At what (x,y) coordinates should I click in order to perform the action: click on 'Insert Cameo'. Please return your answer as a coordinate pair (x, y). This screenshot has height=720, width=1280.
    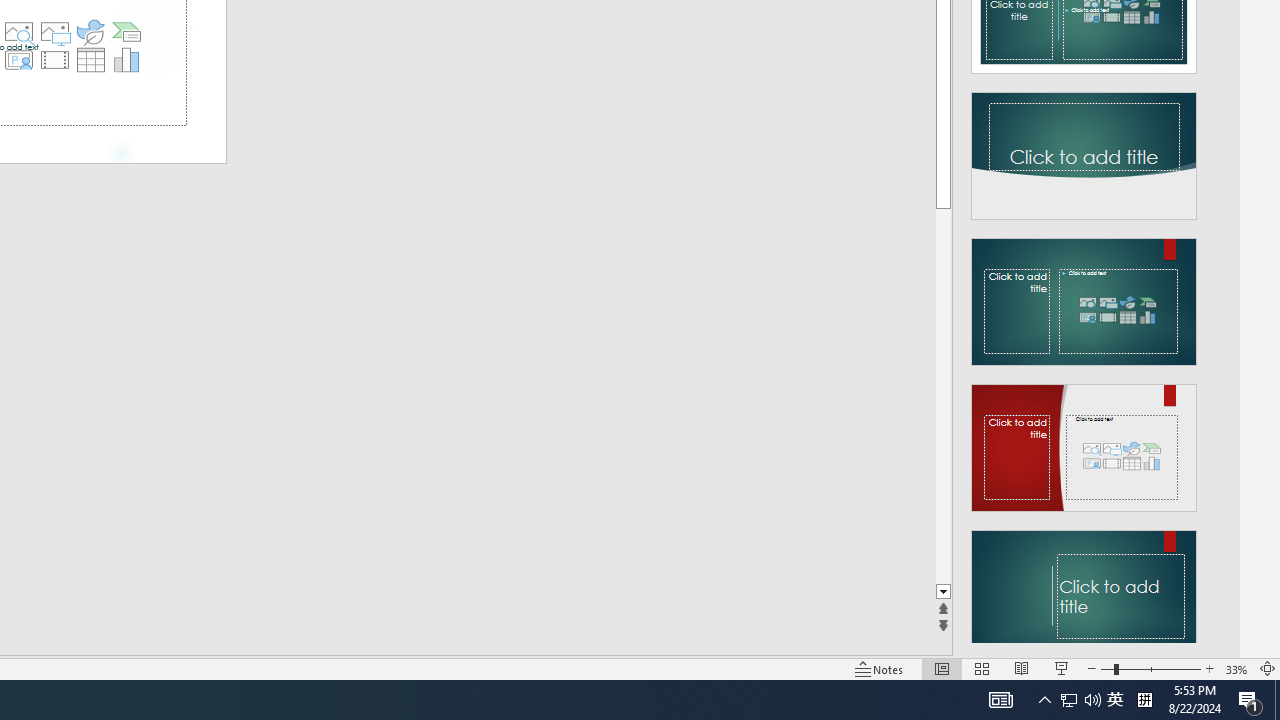
    Looking at the image, I should click on (18, 59).